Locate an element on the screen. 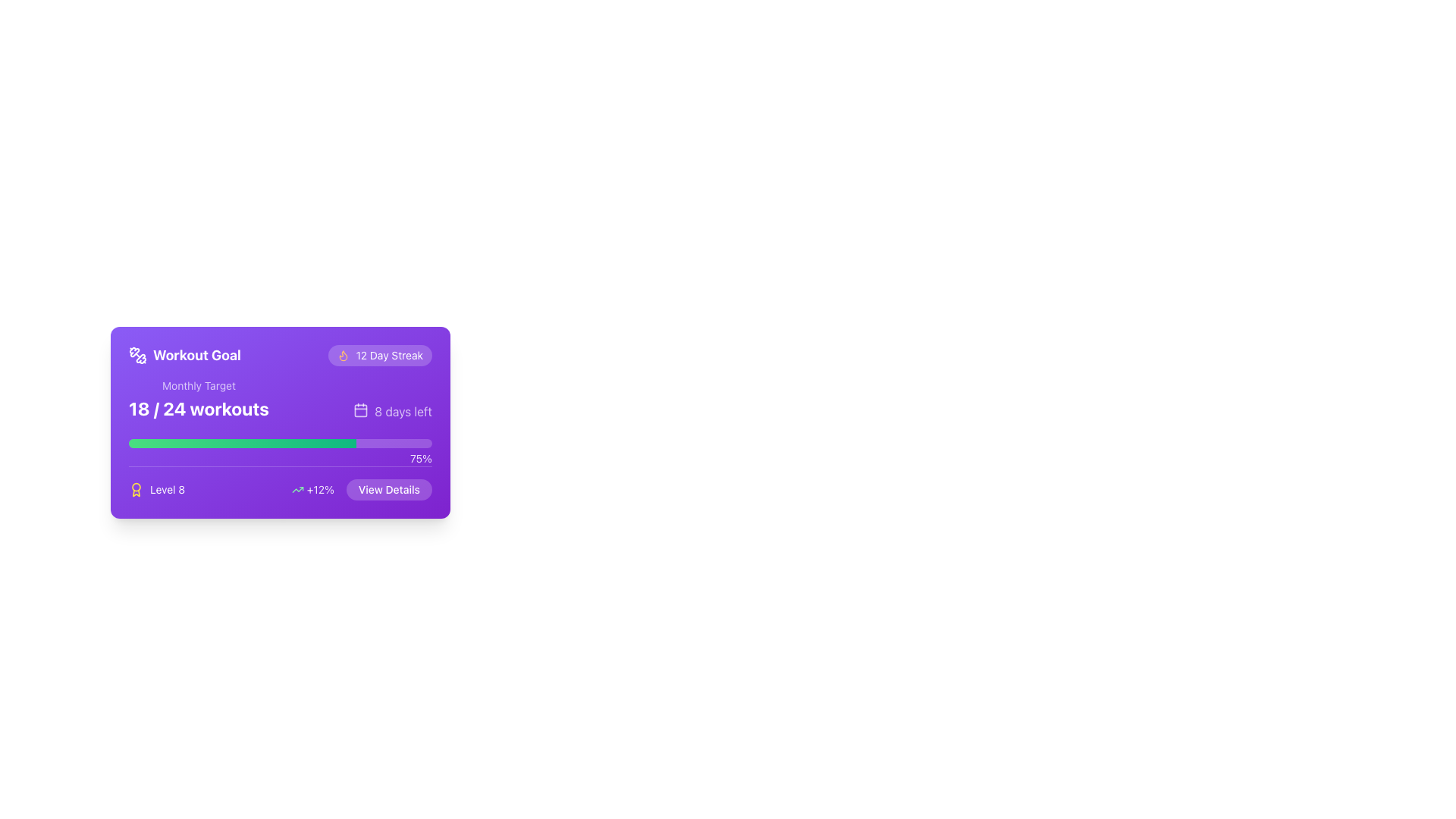 The width and height of the screenshot is (1456, 819). the visual representation of the flame icon located at the bottom-left corner of the purple card layout, which indicates a progress level or achievement status is located at coordinates (343, 356).